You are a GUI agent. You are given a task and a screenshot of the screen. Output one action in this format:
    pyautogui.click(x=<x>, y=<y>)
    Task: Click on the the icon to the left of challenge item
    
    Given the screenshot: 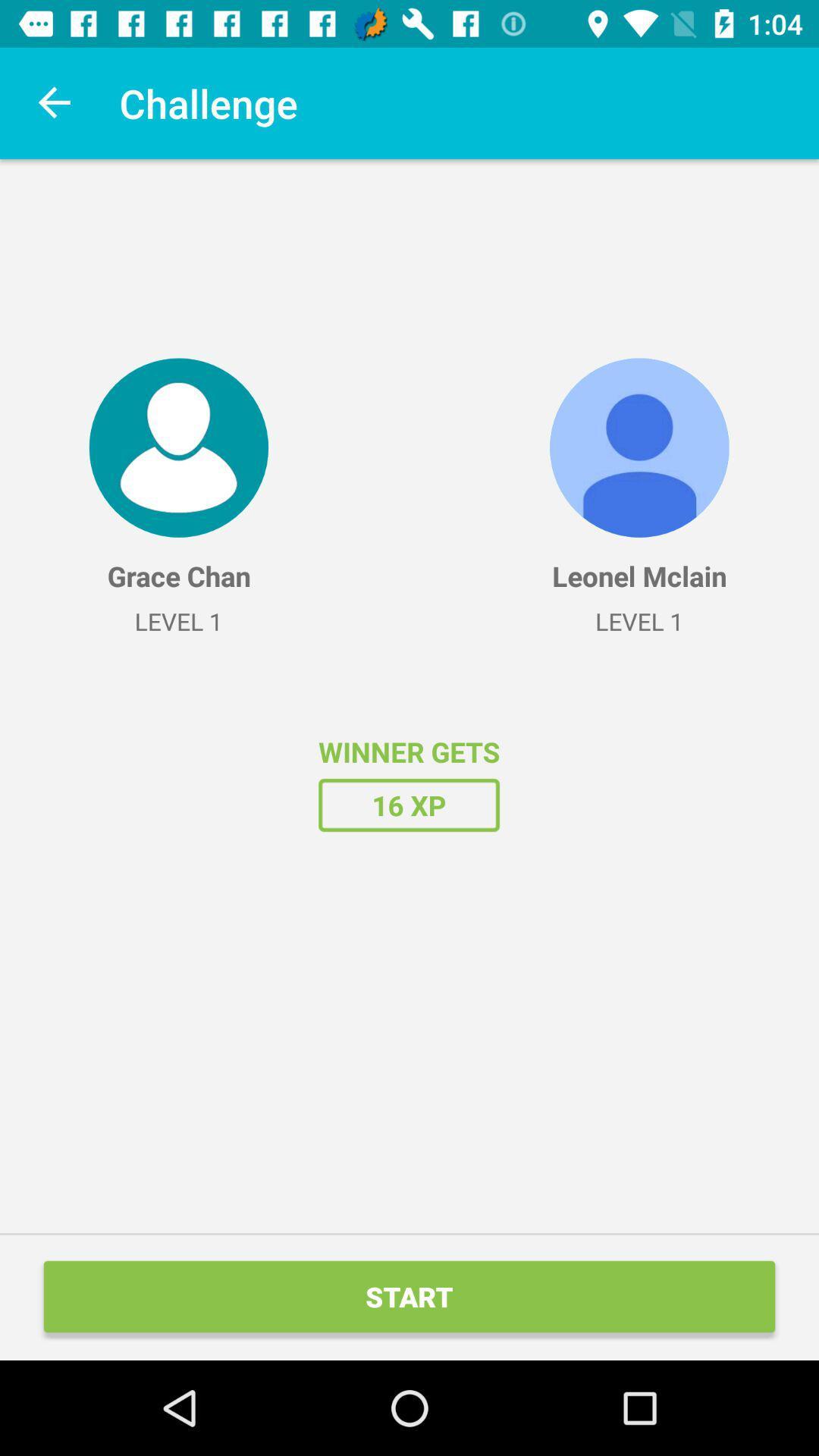 What is the action you would take?
    pyautogui.click(x=55, y=102)
    